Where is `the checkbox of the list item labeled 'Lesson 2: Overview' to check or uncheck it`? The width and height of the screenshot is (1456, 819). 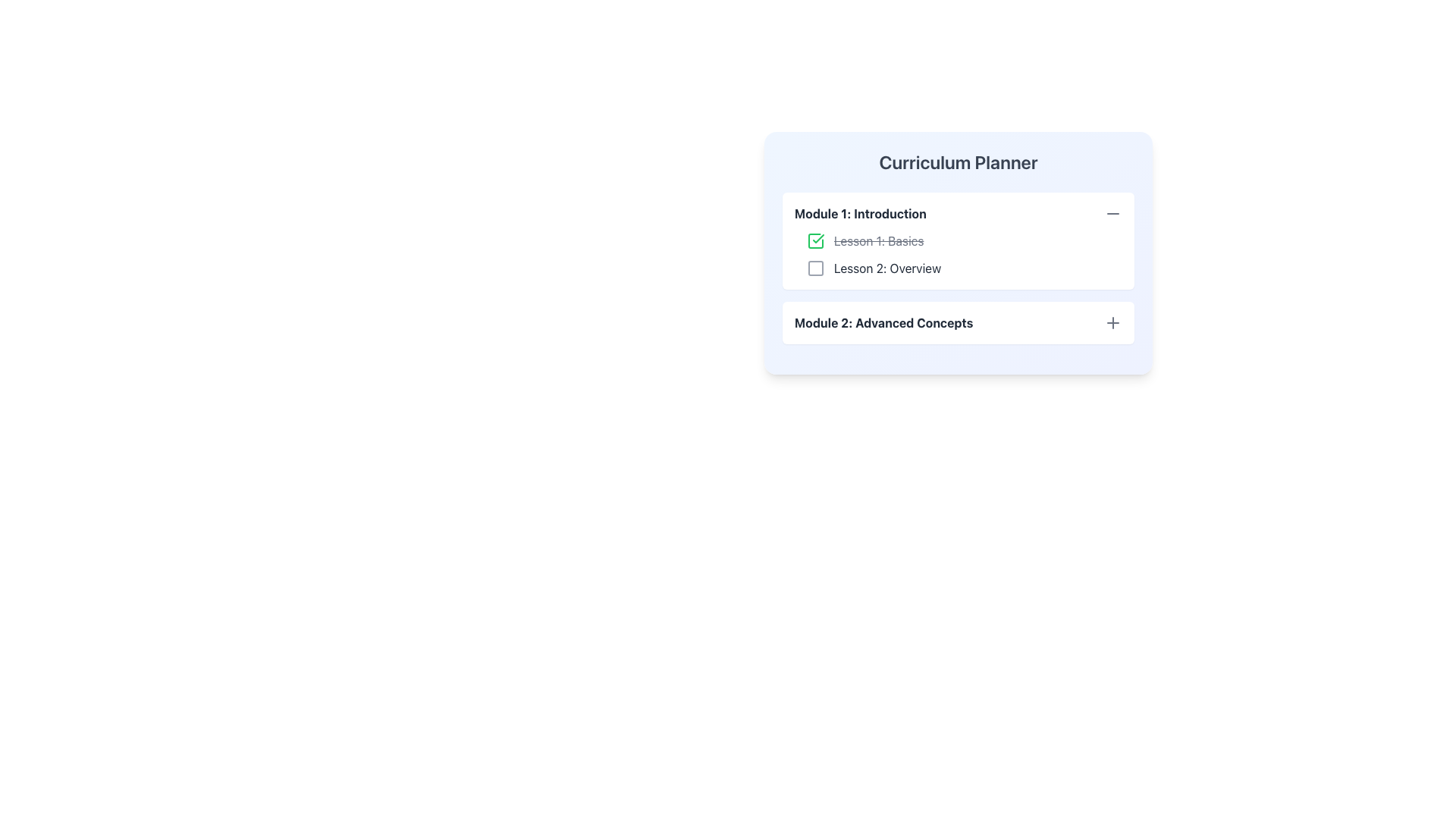 the checkbox of the list item labeled 'Lesson 2: Overview' to check or uncheck it is located at coordinates (964, 268).